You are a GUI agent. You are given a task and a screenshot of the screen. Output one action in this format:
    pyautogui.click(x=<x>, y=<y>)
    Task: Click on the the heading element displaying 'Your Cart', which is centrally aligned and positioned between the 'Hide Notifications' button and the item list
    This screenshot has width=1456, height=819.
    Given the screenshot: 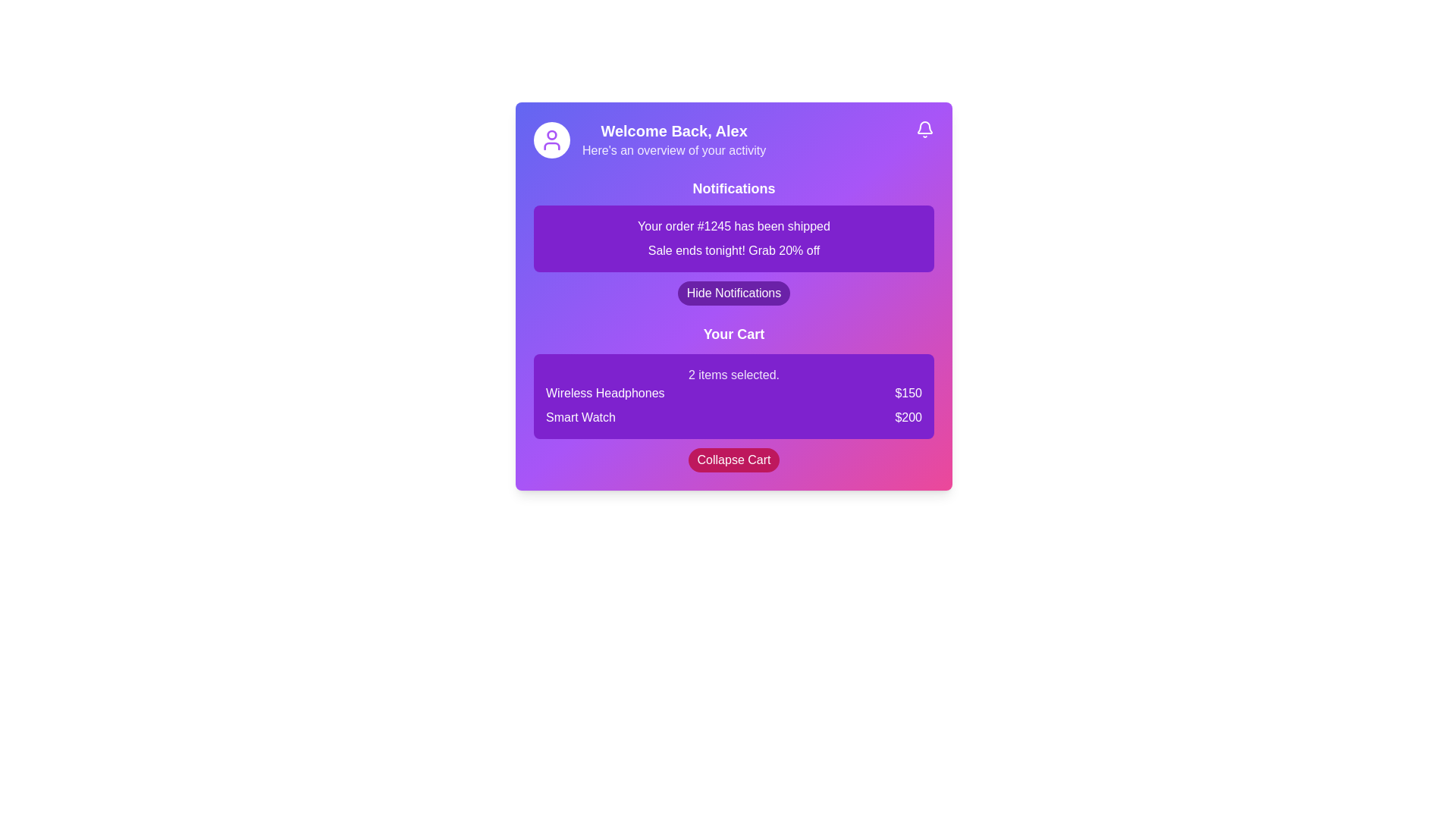 What is the action you would take?
    pyautogui.click(x=734, y=333)
    